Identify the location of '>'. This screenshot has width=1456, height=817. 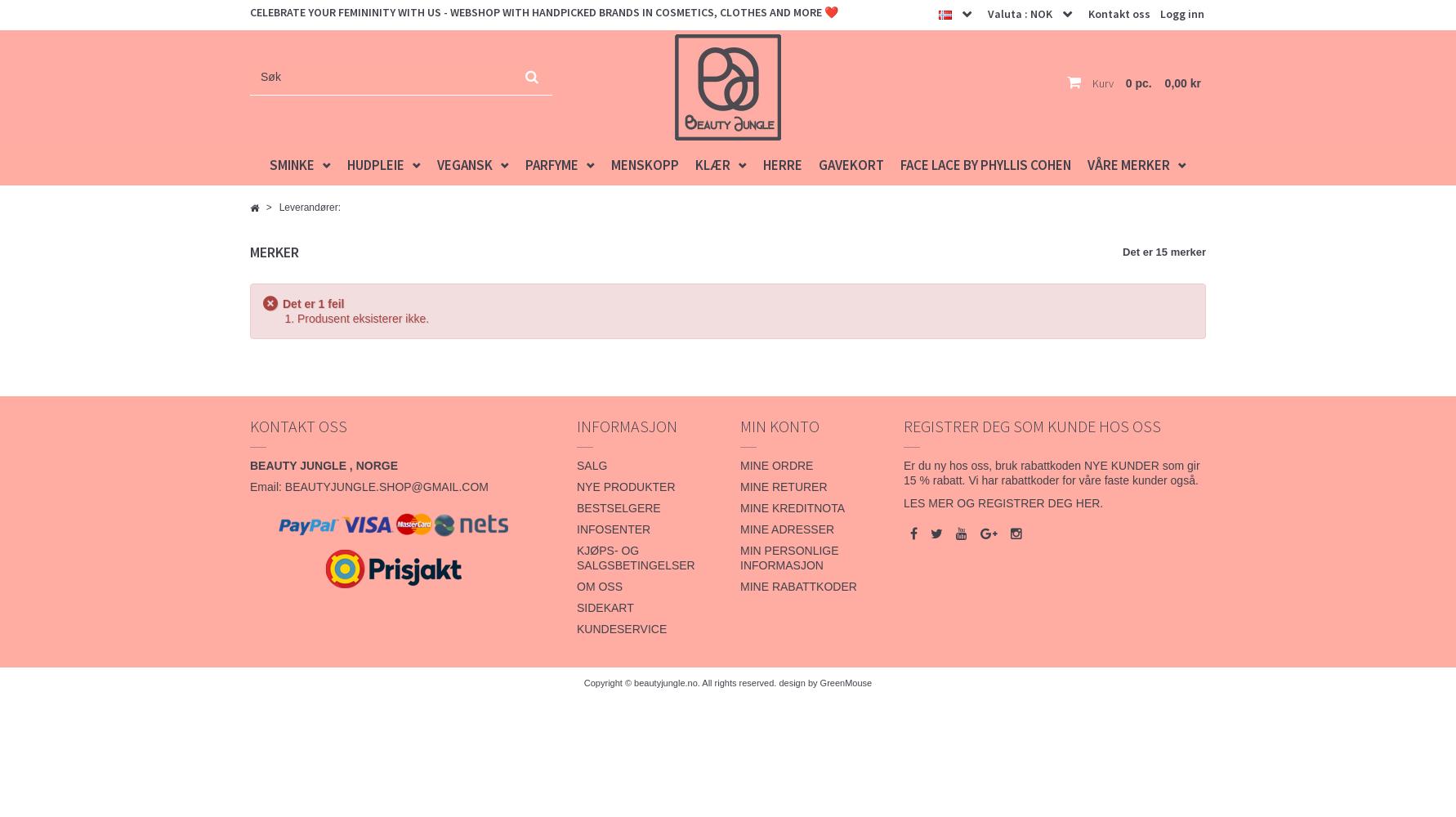
(267, 208).